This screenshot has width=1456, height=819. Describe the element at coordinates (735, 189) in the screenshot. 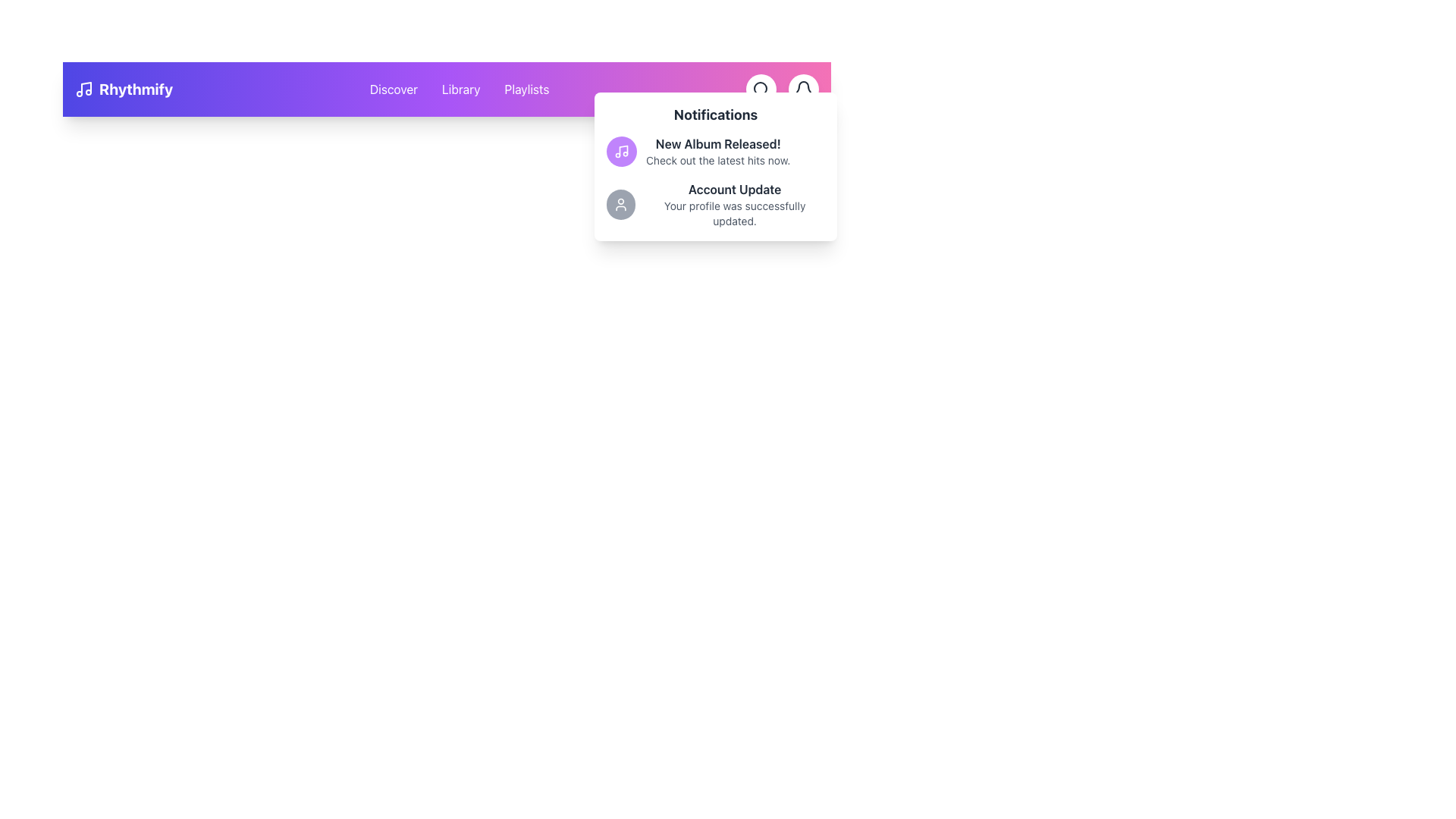

I see `the header text label in the notification dropdown that indicates the type of update or alert, located above the text 'Your profile was successfully updated.'` at that location.